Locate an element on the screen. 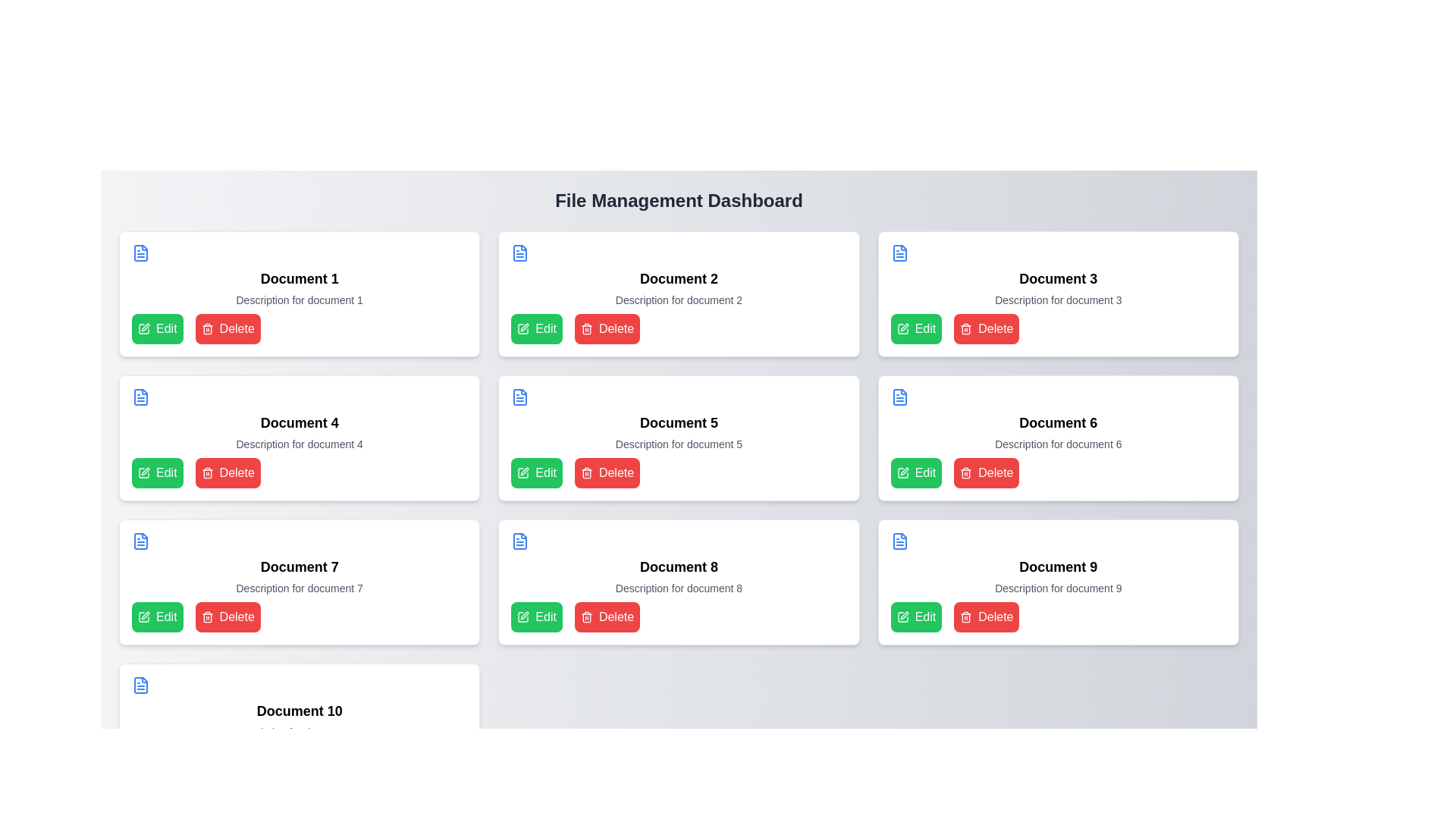  the file icon located at the top-left corner inside the card labeled 'Document 3' is located at coordinates (899, 253).